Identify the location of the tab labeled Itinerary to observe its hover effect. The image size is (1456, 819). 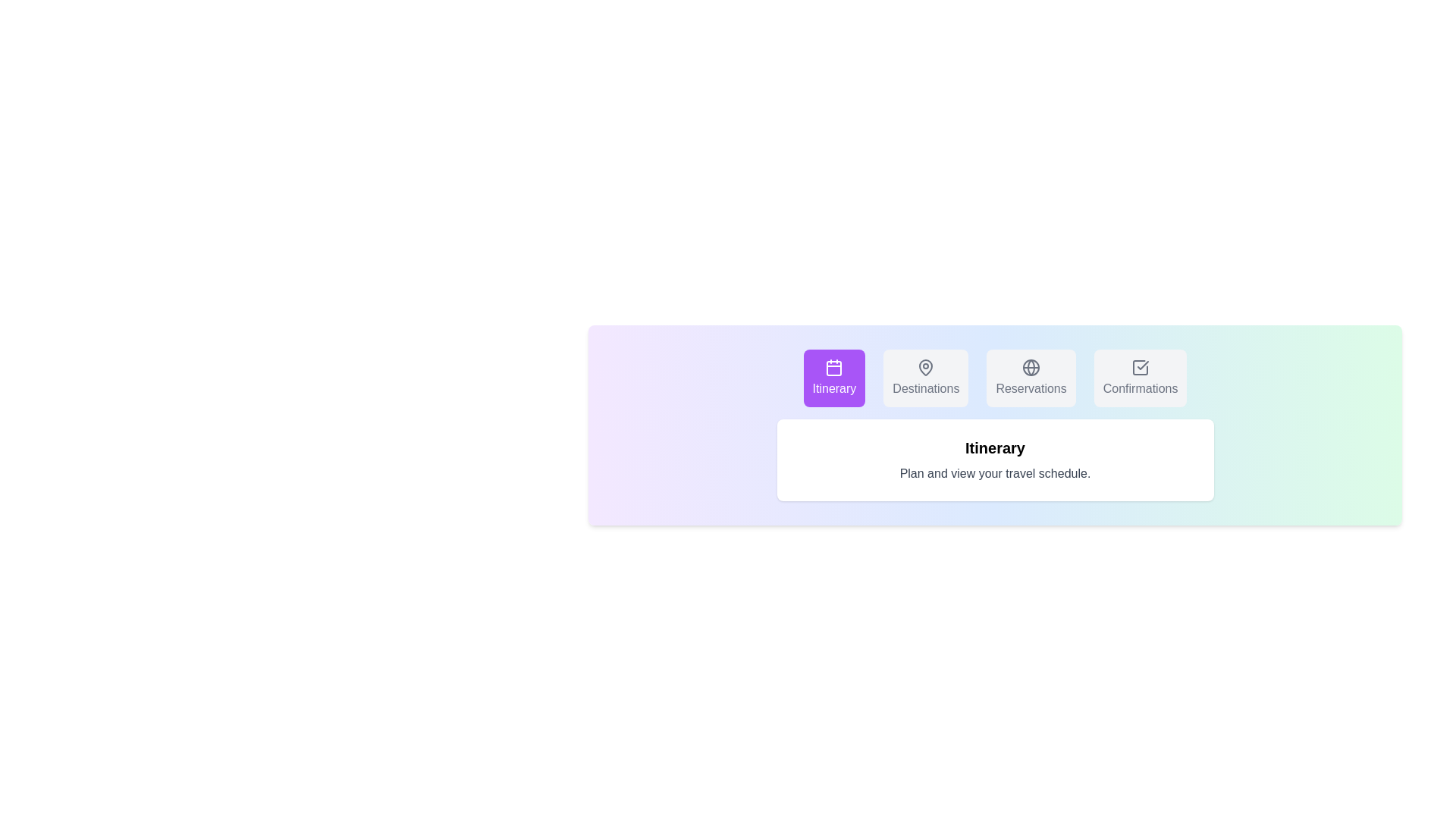
(833, 377).